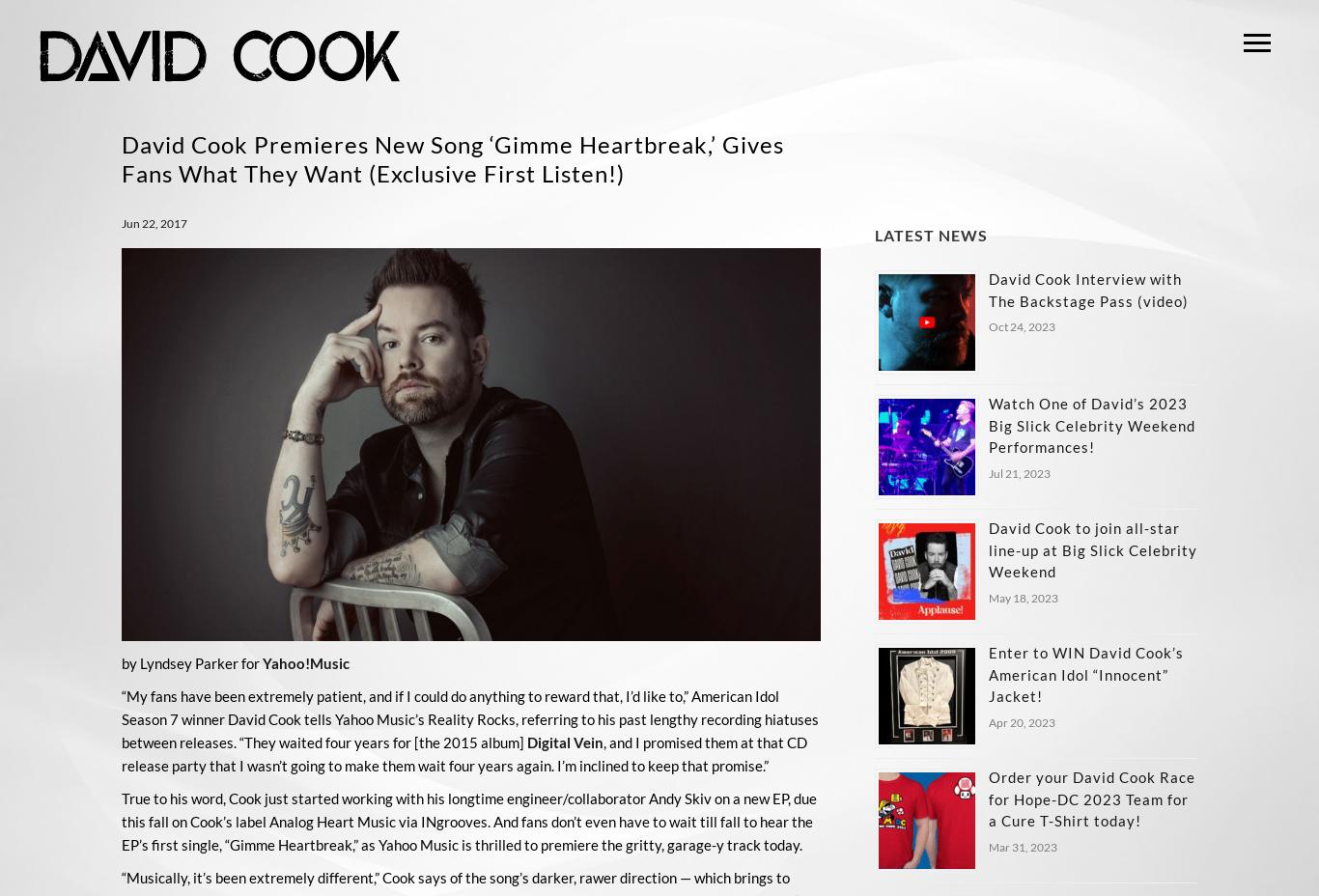  What do you see at coordinates (1083, 673) in the screenshot?
I see `'Enter to WIN David Cook’s American Idol “Innocent” Jacket!'` at bounding box center [1083, 673].